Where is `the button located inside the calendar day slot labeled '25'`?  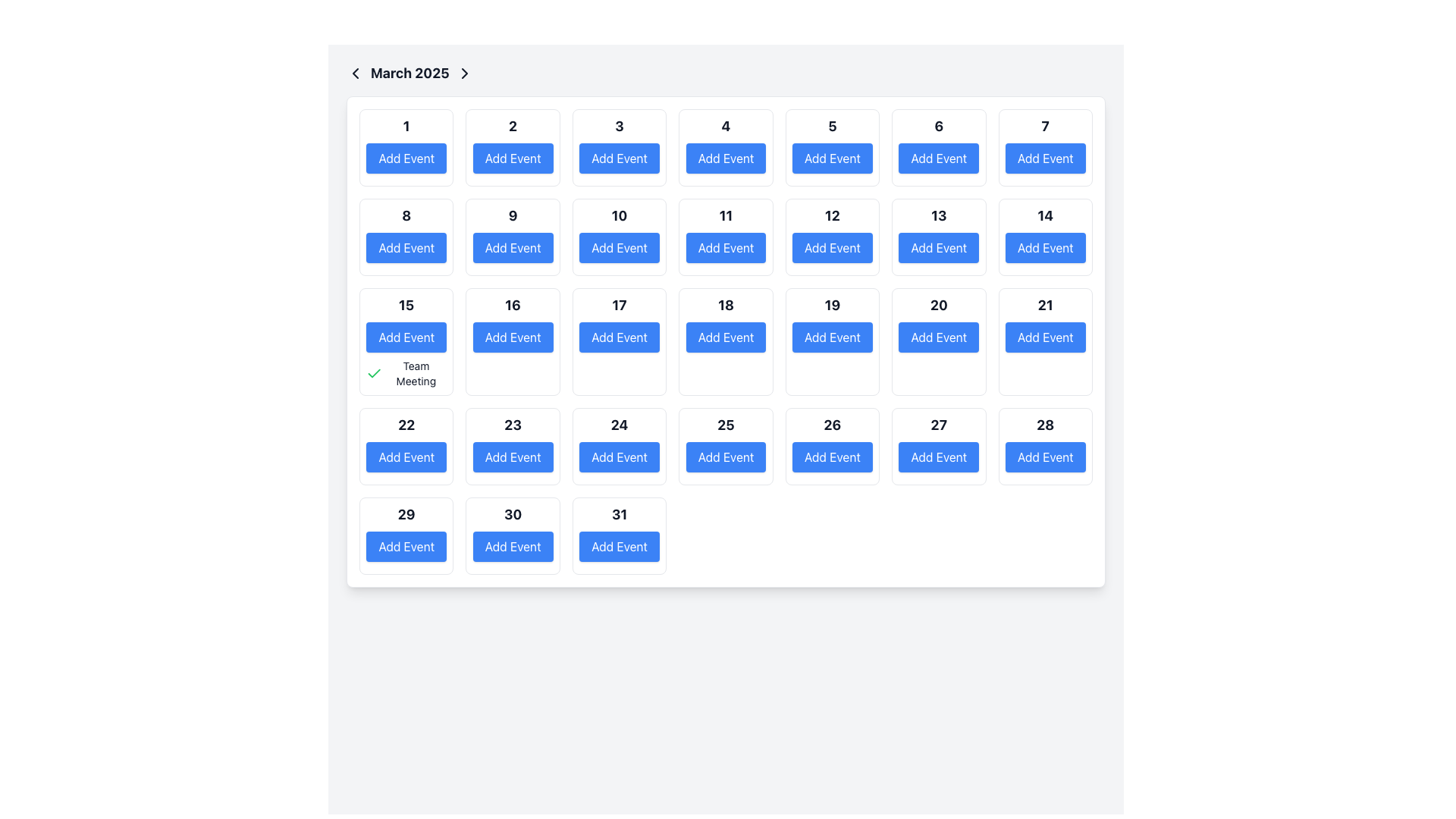 the button located inside the calendar day slot labeled '25' is located at coordinates (725, 456).